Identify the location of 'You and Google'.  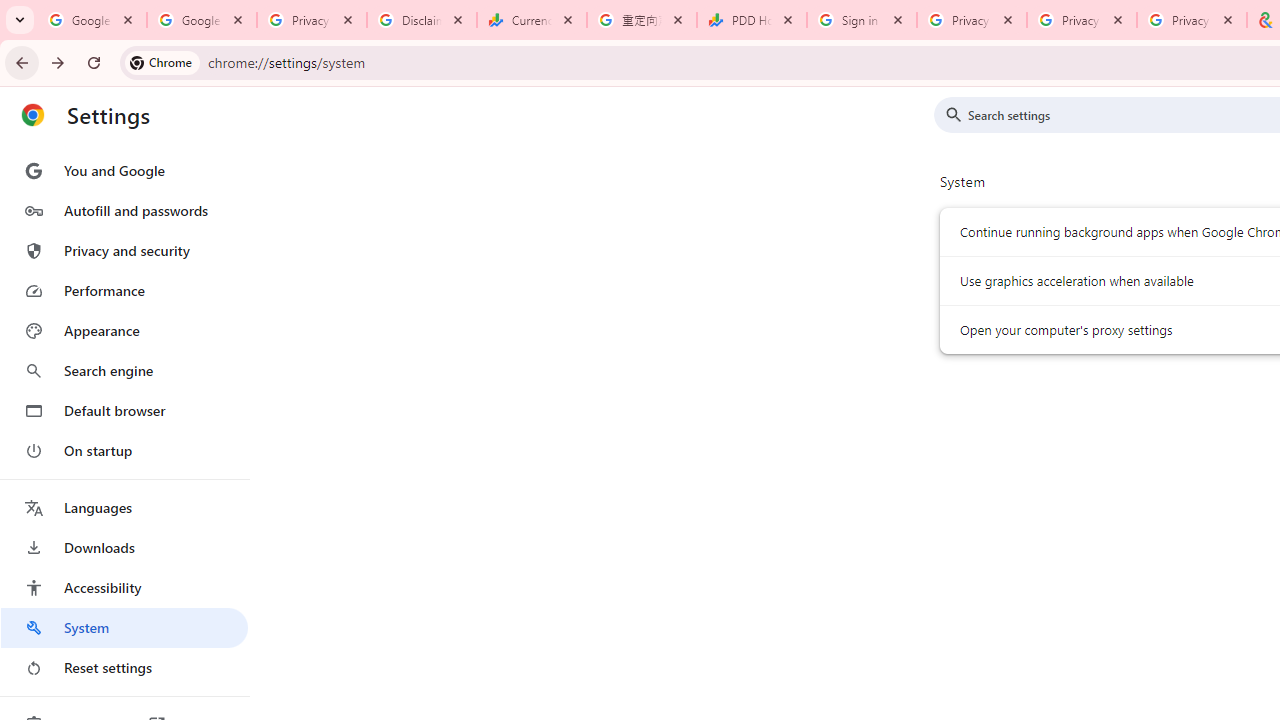
(123, 170).